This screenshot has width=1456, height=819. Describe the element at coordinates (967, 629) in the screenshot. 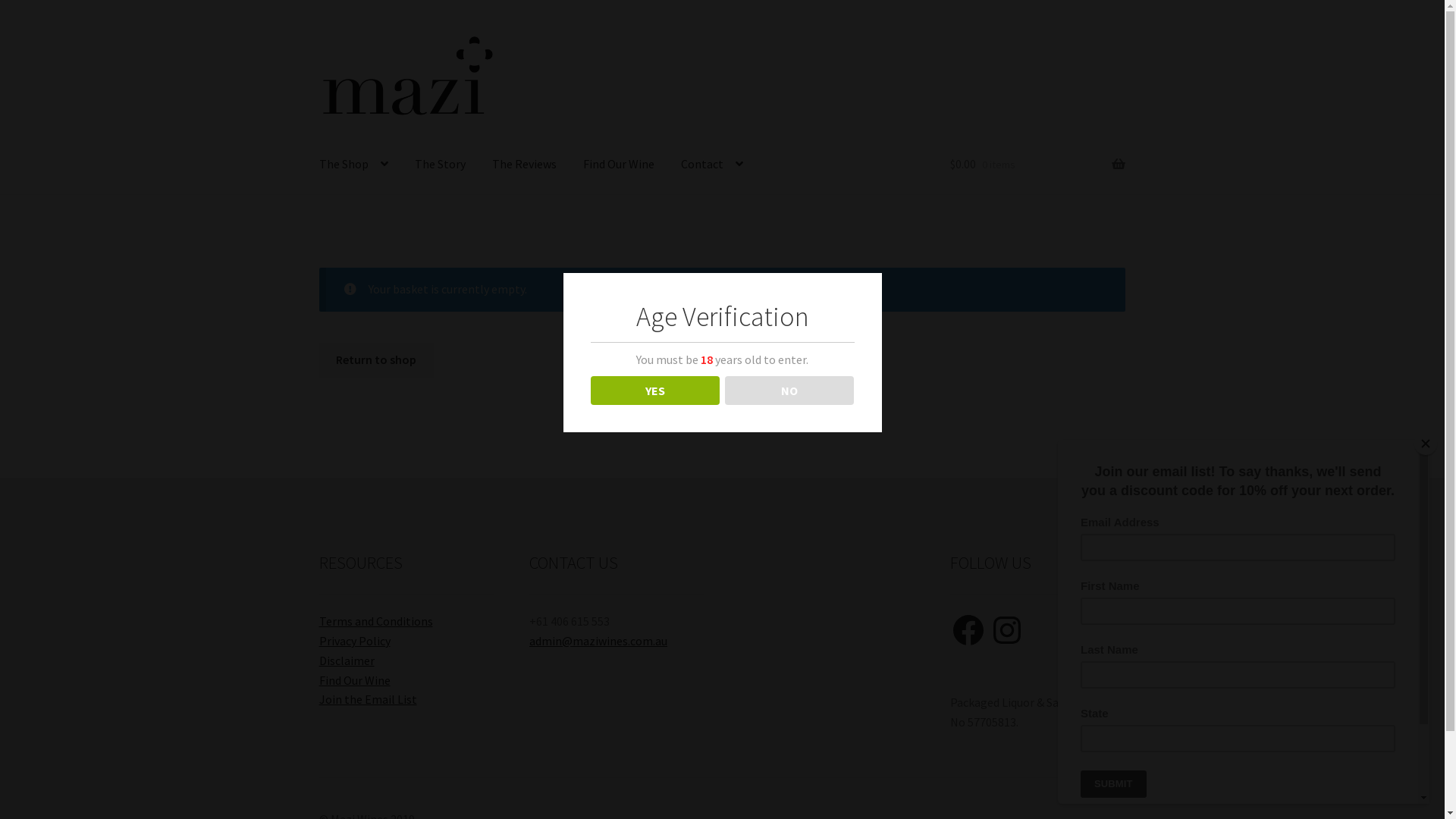

I see `'Facebook'` at that location.